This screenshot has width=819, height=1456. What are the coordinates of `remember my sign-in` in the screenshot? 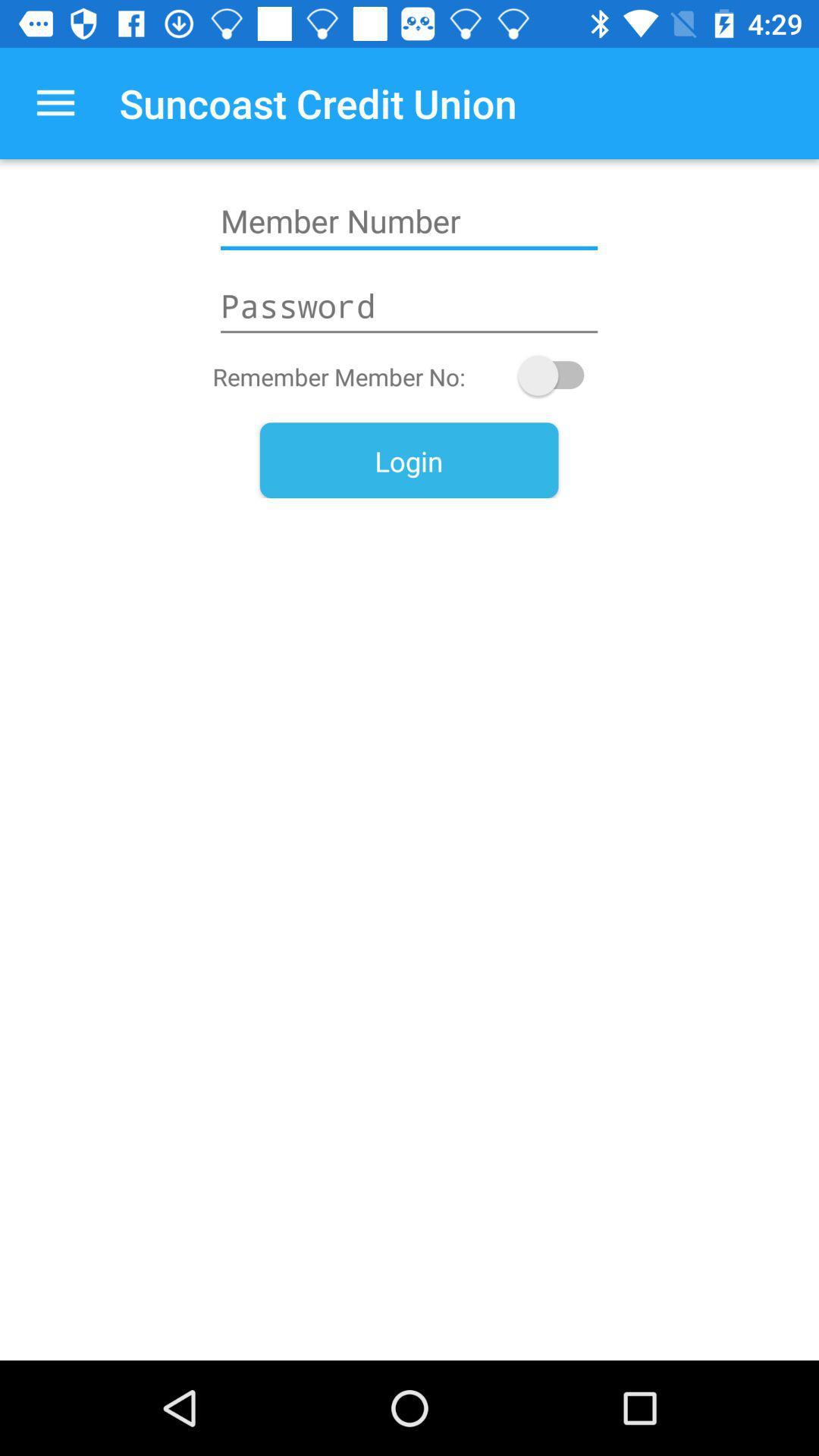 It's located at (558, 375).